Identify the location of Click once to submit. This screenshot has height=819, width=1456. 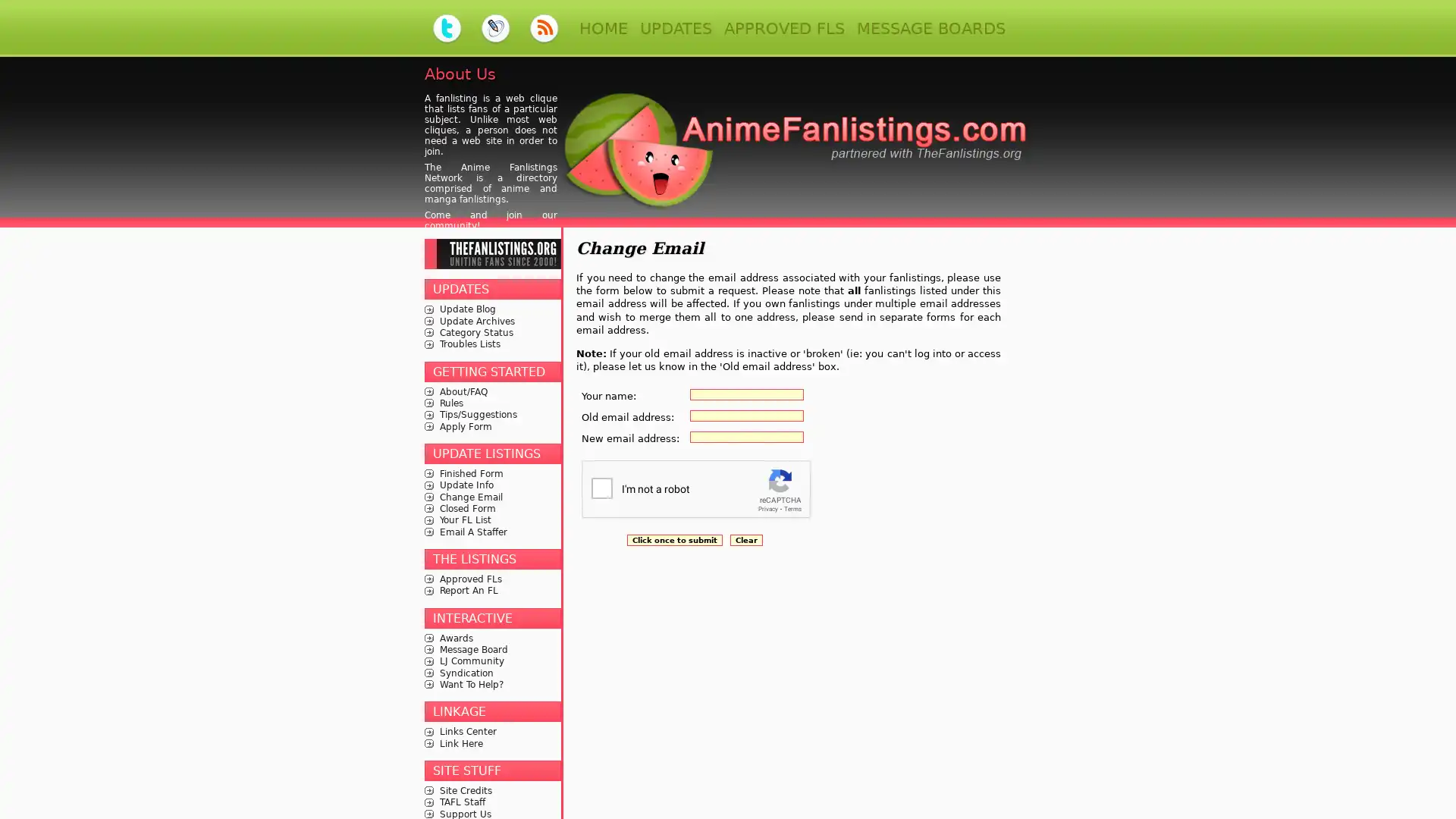
(673, 538).